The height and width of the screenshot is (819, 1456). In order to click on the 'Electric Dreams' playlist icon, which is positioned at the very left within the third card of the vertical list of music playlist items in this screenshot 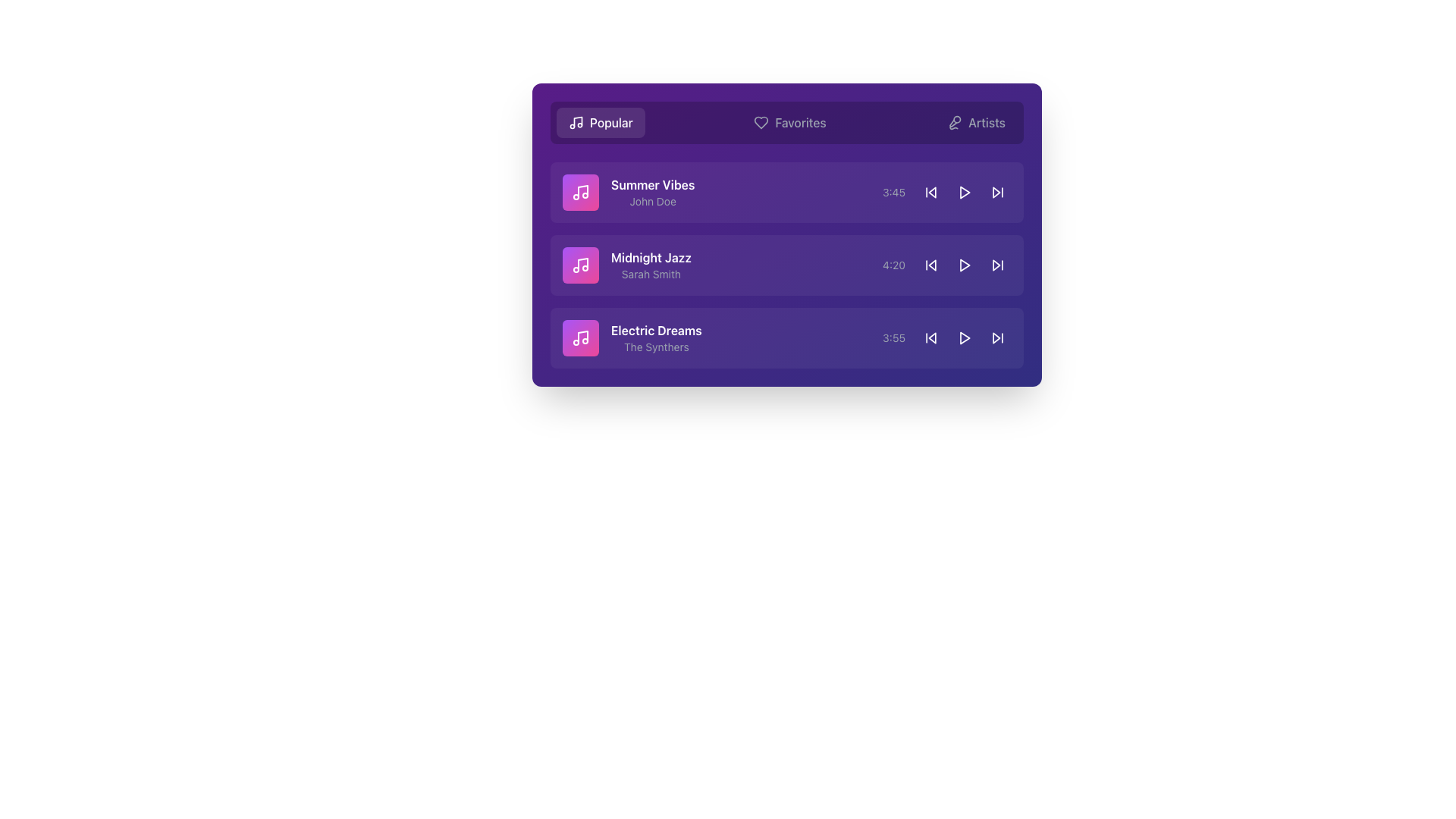, I will do `click(580, 337)`.